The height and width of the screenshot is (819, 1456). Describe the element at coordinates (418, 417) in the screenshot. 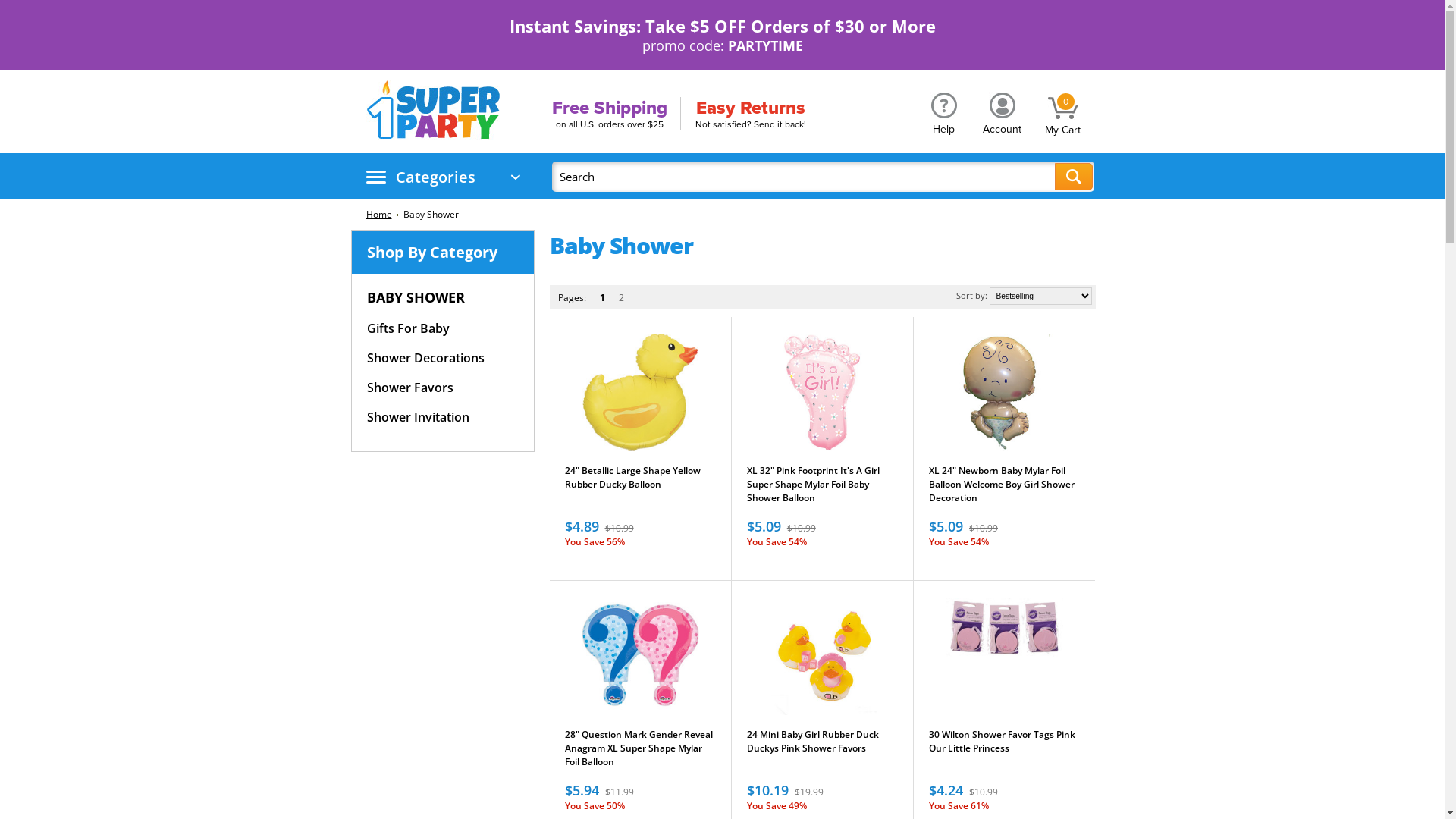

I see `'Shower Invitation'` at that location.